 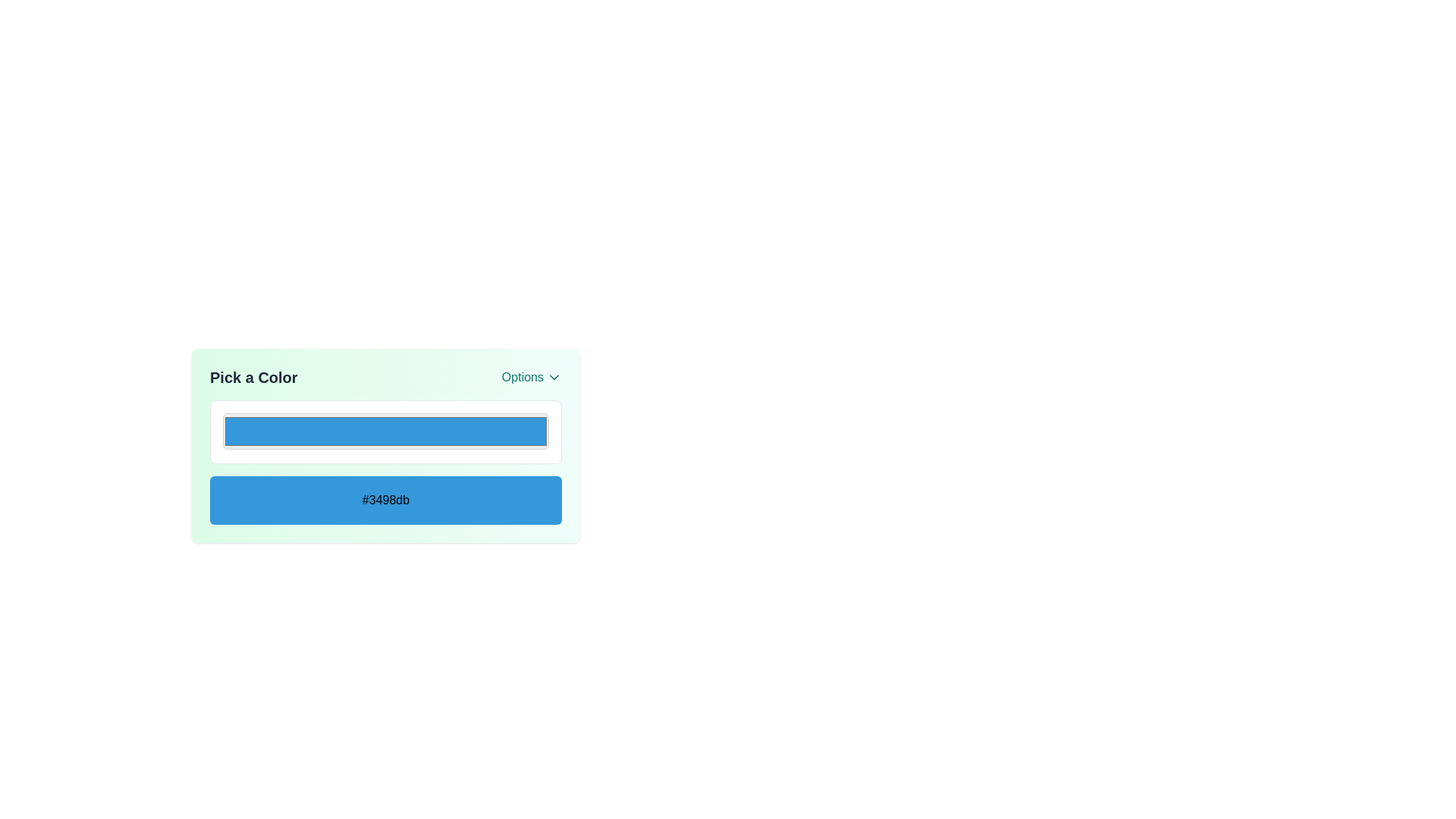 I want to click on the teal downward-pointing chevron icon located to the right of the 'Options' text, so click(x=553, y=376).